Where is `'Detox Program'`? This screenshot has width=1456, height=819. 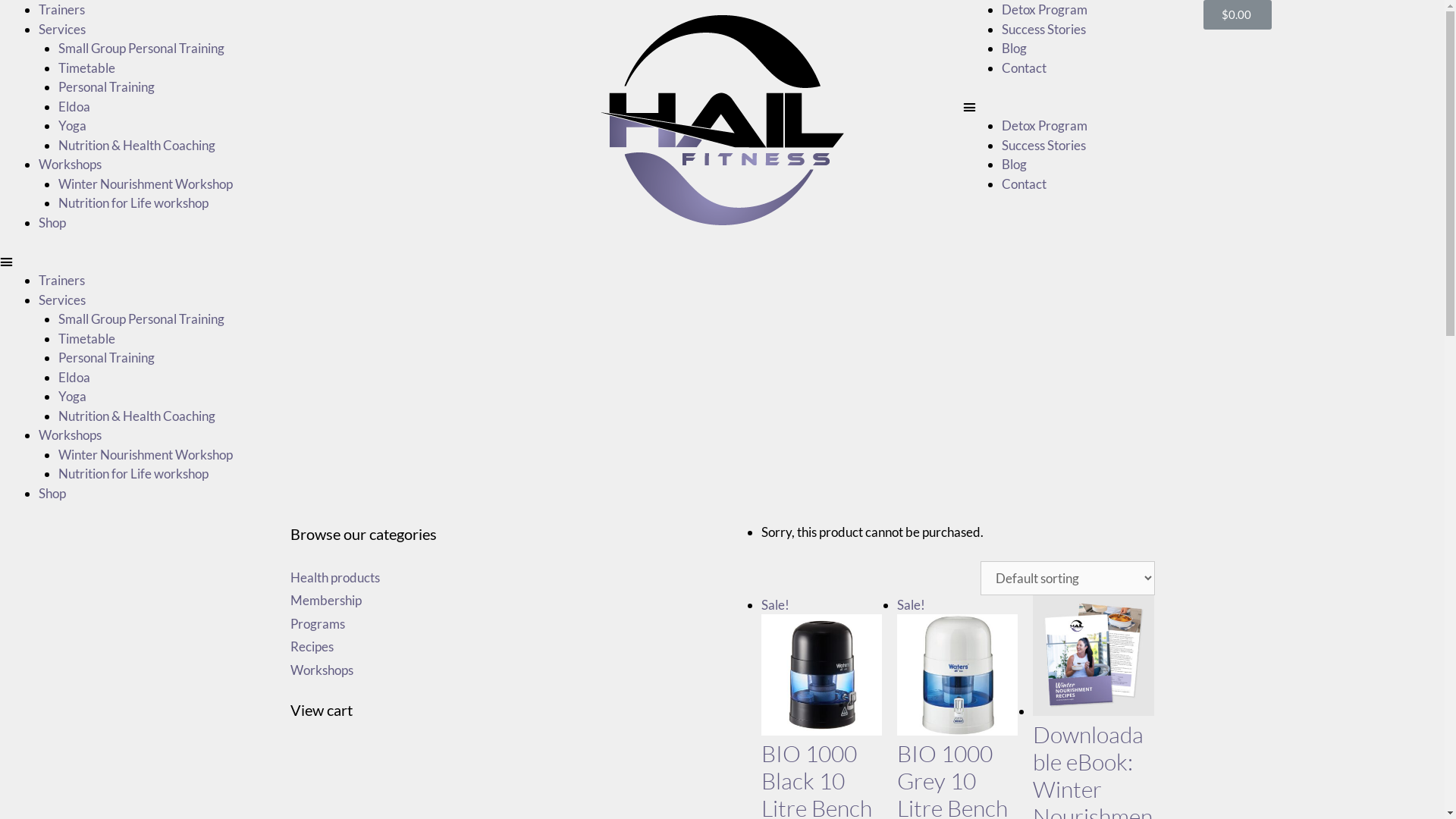 'Detox Program' is located at coordinates (1043, 124).